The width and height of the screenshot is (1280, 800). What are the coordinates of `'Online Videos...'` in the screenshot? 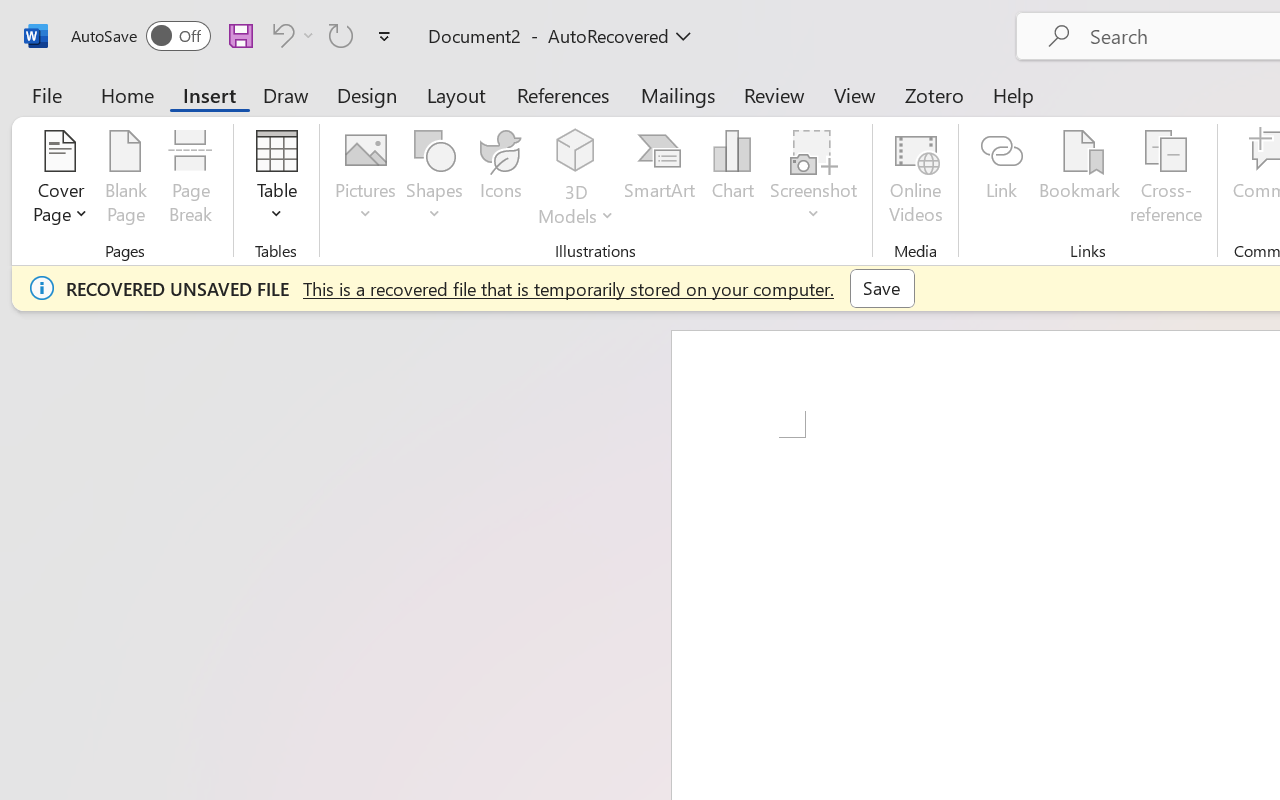 It's located at (914, 179).